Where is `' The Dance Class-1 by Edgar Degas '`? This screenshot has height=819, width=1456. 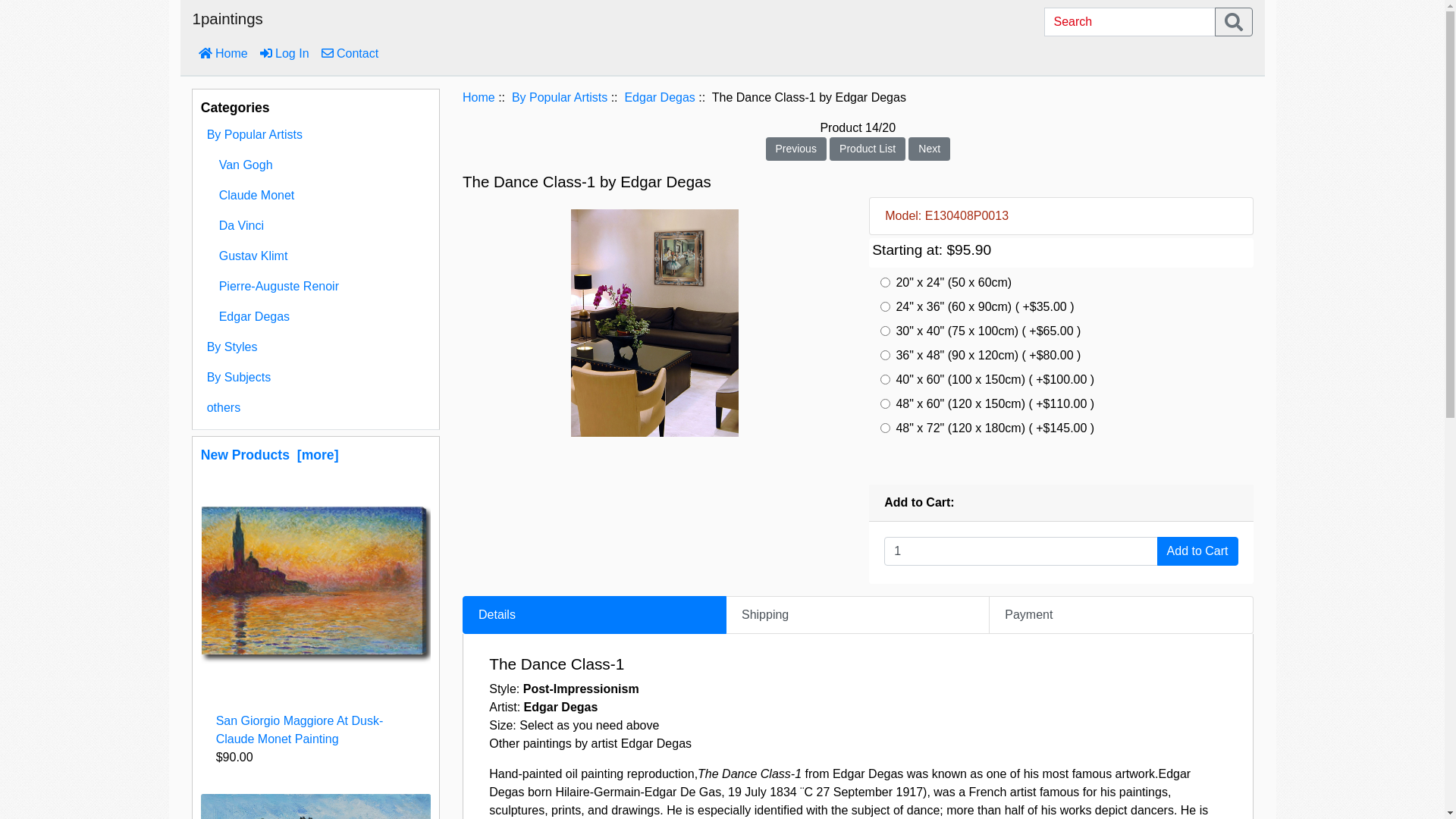
' The Dance Class-1 by Edgar Degas ' is located at coordinates (654, 322).